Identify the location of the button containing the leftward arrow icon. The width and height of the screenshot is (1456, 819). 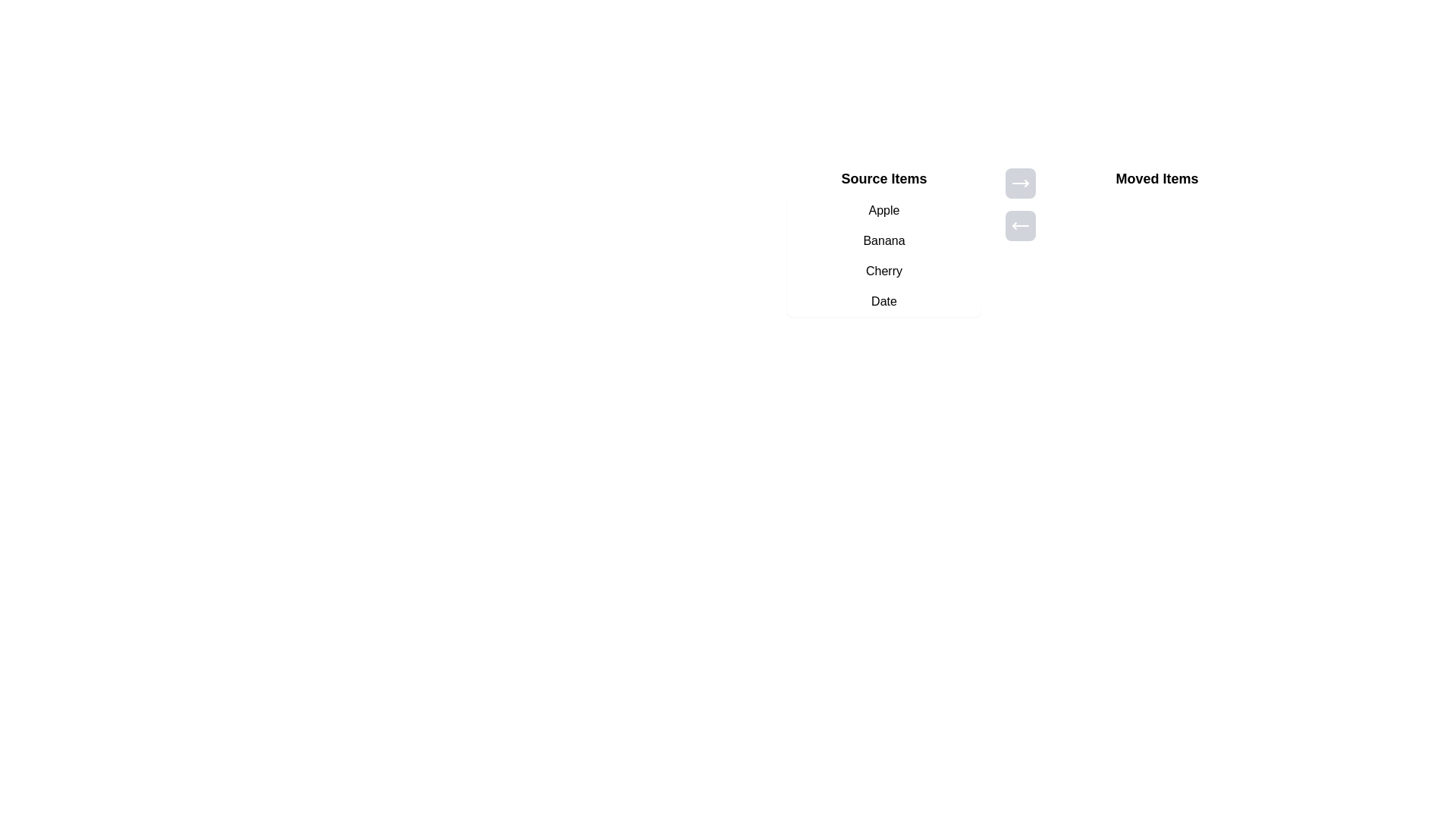
(1020, 225).